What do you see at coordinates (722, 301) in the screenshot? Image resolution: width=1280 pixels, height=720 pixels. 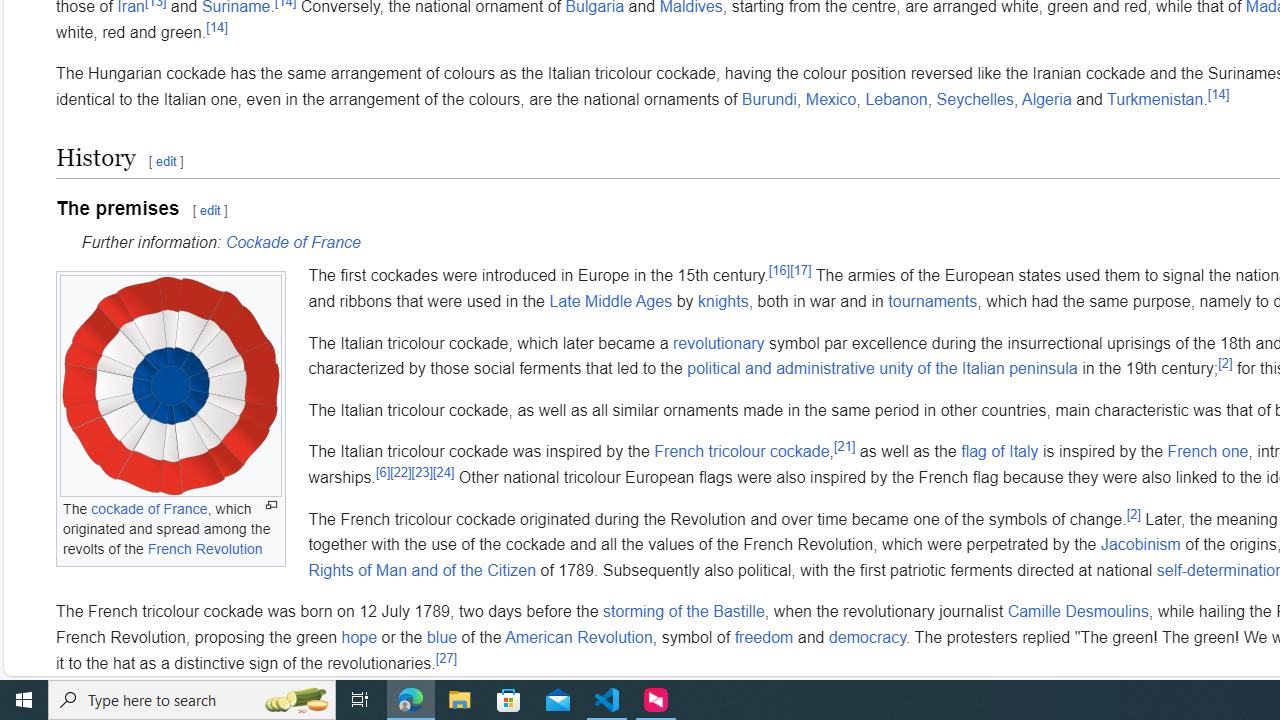 I see `'knights'` at bounding box center [722, 301].